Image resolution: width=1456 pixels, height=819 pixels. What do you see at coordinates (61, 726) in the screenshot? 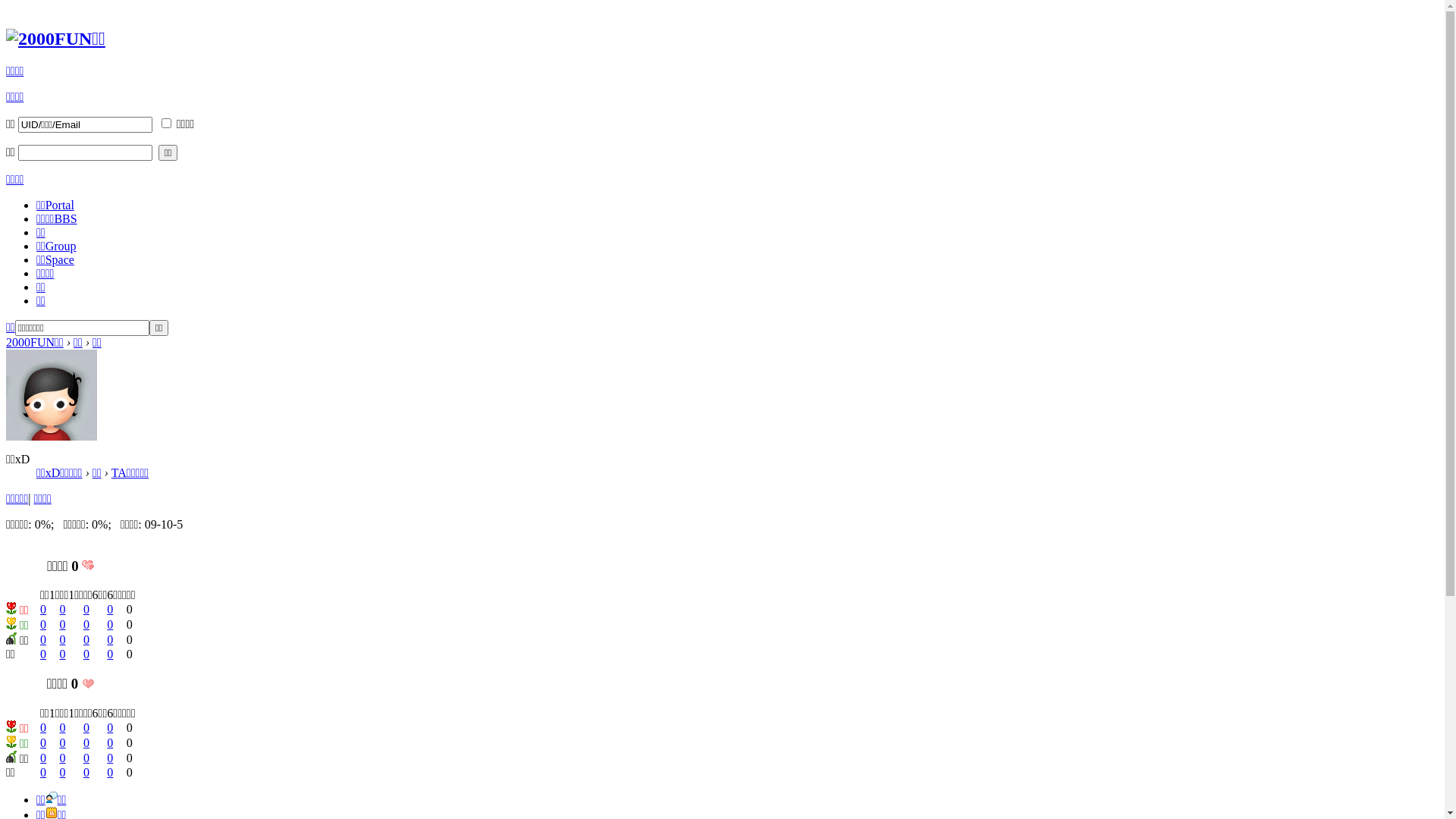
I see `'0'` at bounding box center [61, 726].